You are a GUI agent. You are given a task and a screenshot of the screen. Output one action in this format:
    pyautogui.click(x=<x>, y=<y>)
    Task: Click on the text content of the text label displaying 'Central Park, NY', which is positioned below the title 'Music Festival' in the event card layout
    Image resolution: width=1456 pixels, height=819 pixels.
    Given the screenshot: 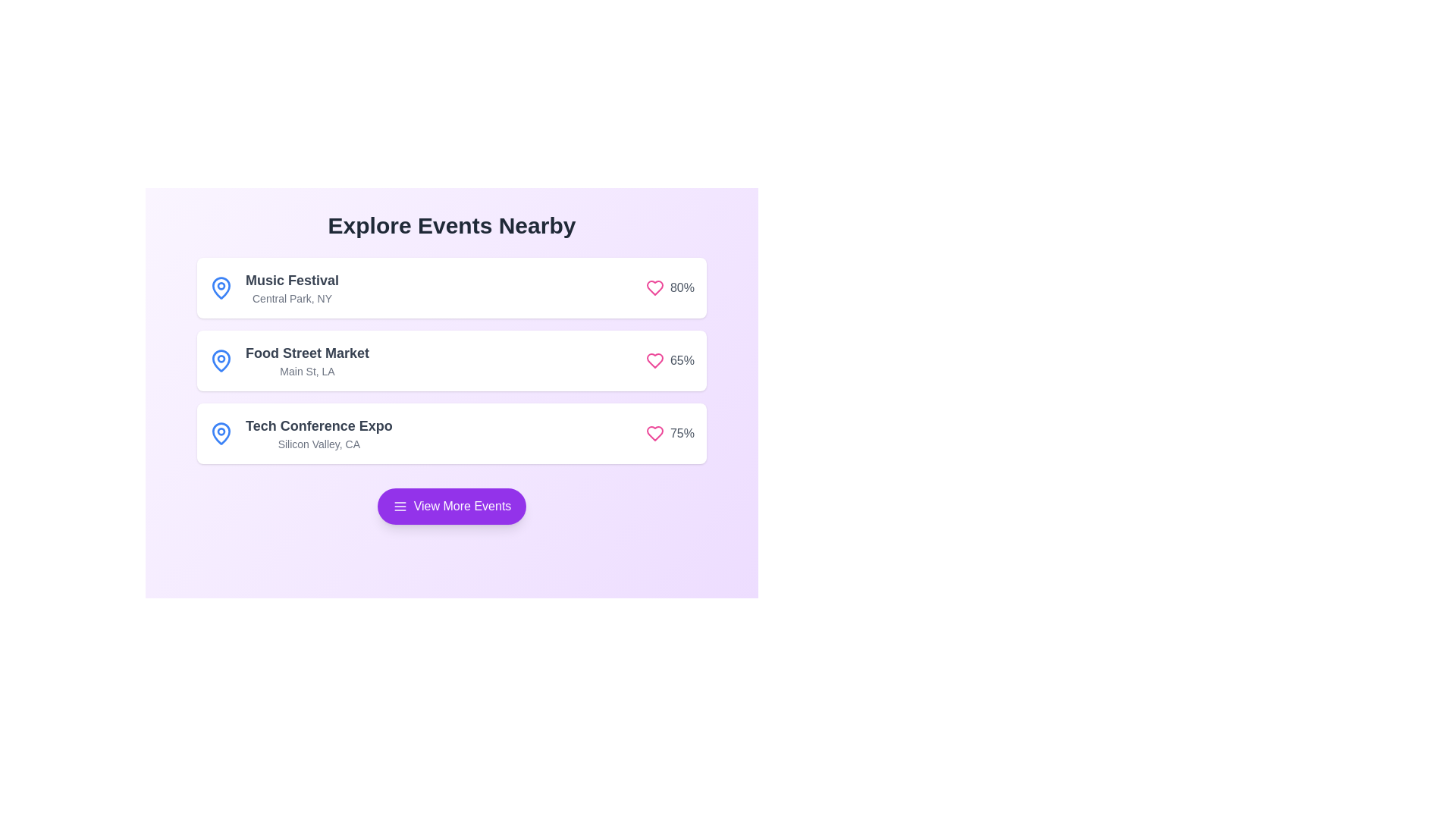 What is the action you would take?
    pyautogui.click(x=292, y=298)
    